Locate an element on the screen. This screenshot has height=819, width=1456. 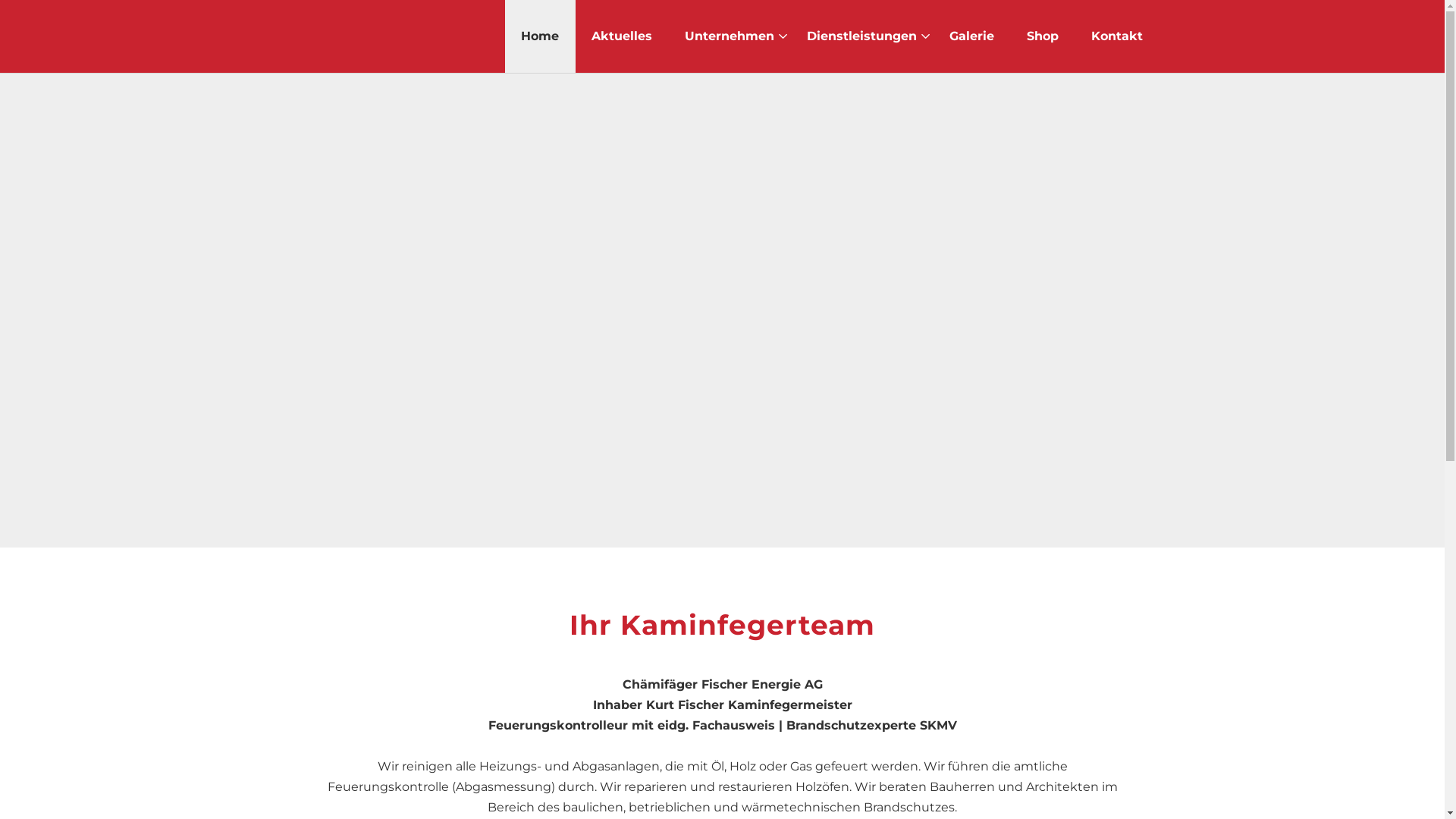
'Galerie' is located at coordinates (971, 35).